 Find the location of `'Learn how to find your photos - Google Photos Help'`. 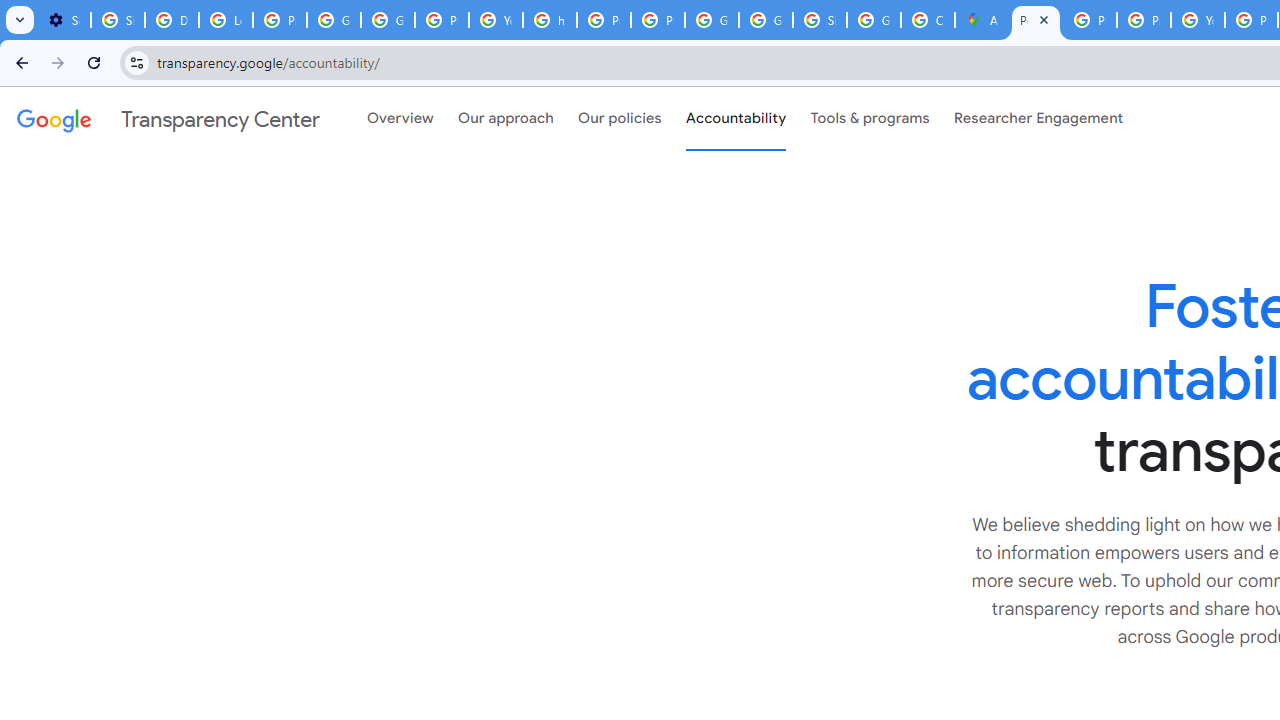

'Learn how to find your photos - Google Photos Help' is located at coordinates (225, 20).